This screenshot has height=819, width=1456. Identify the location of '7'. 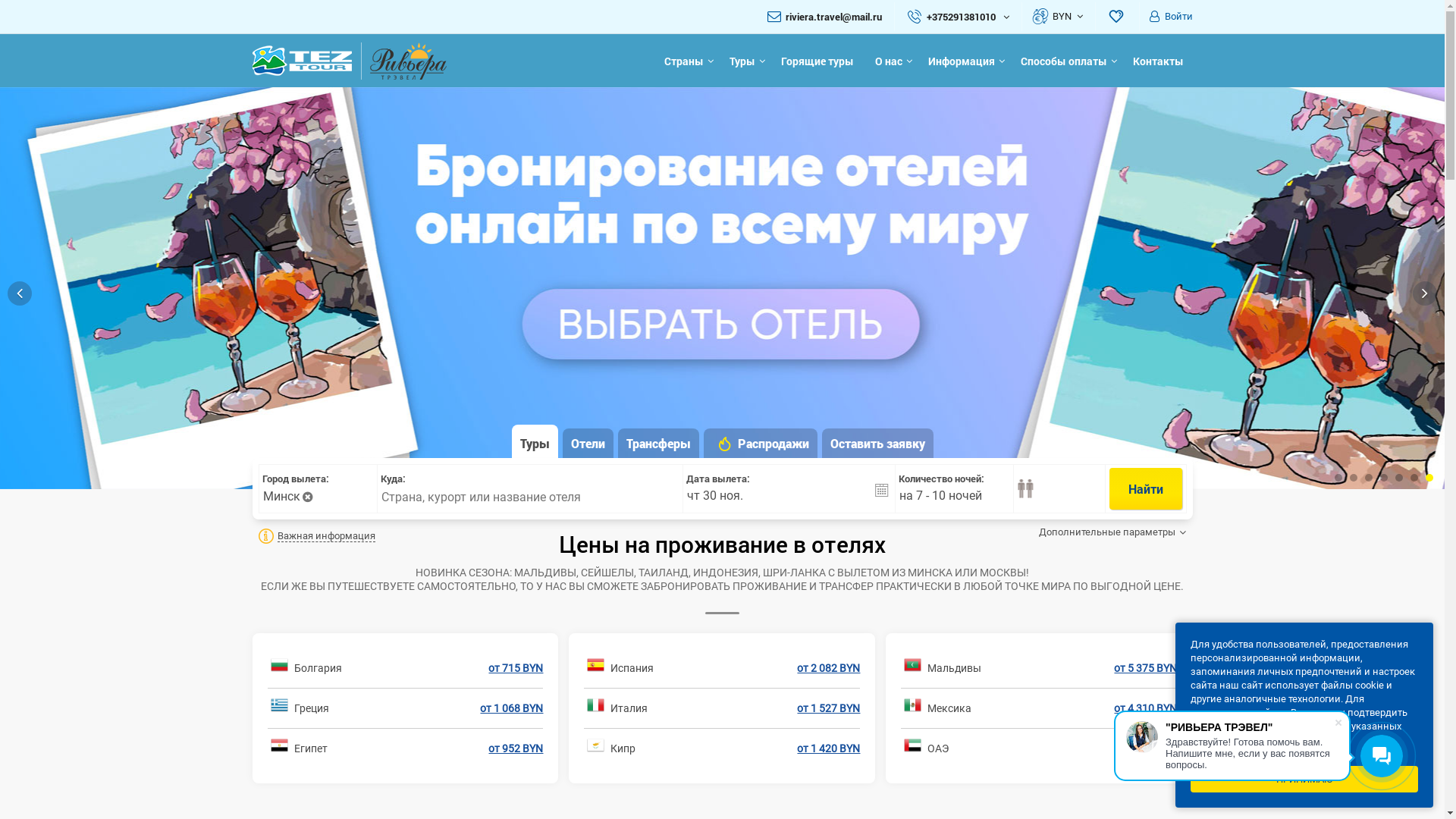
(1429, 476).